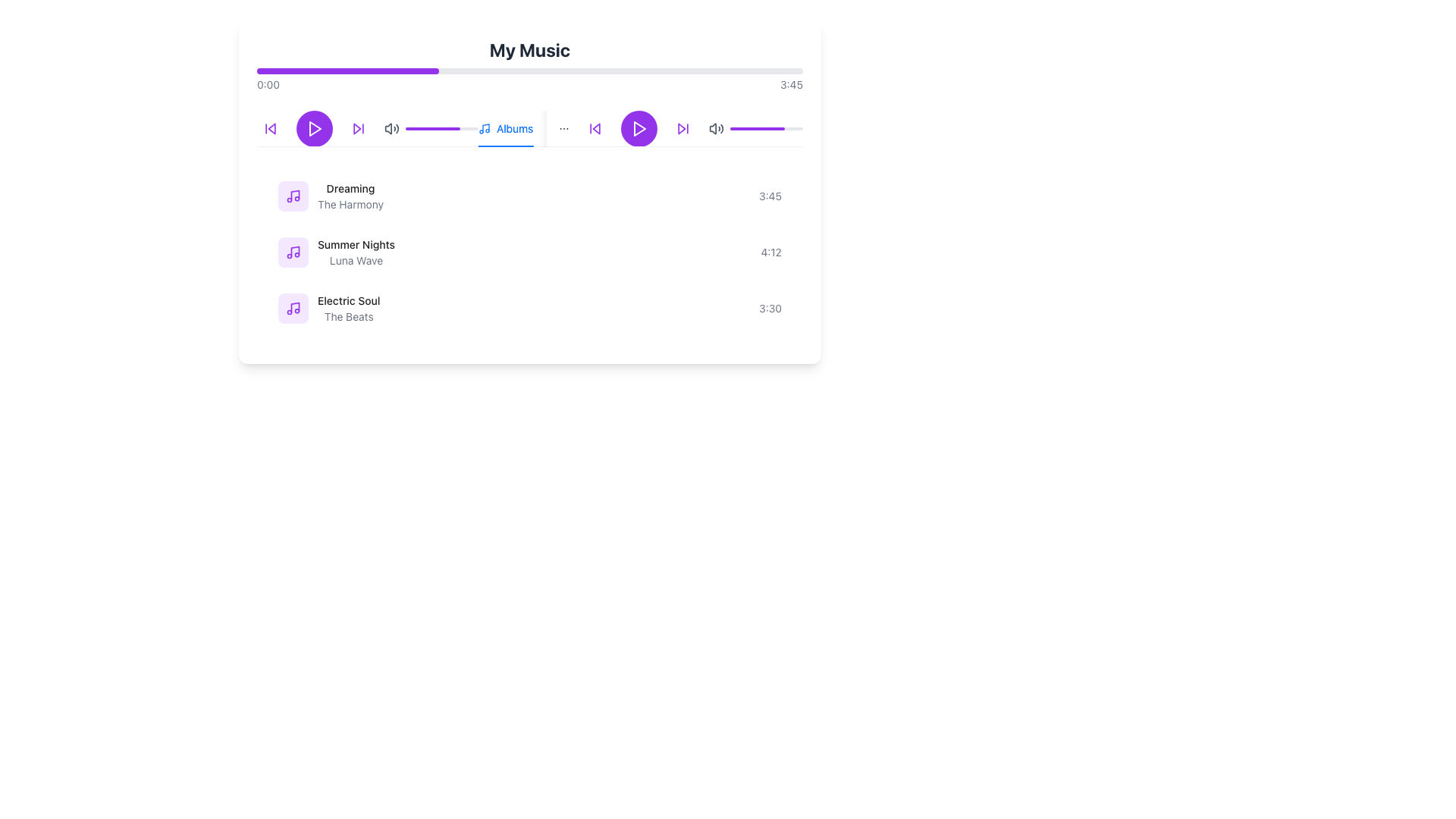 This screenshot has height=819, width=1456. I want to click on the forward-skip button, which is styled with a purple triangular play icon and located among the media control buttons in the music player interface, so click(358, 127).